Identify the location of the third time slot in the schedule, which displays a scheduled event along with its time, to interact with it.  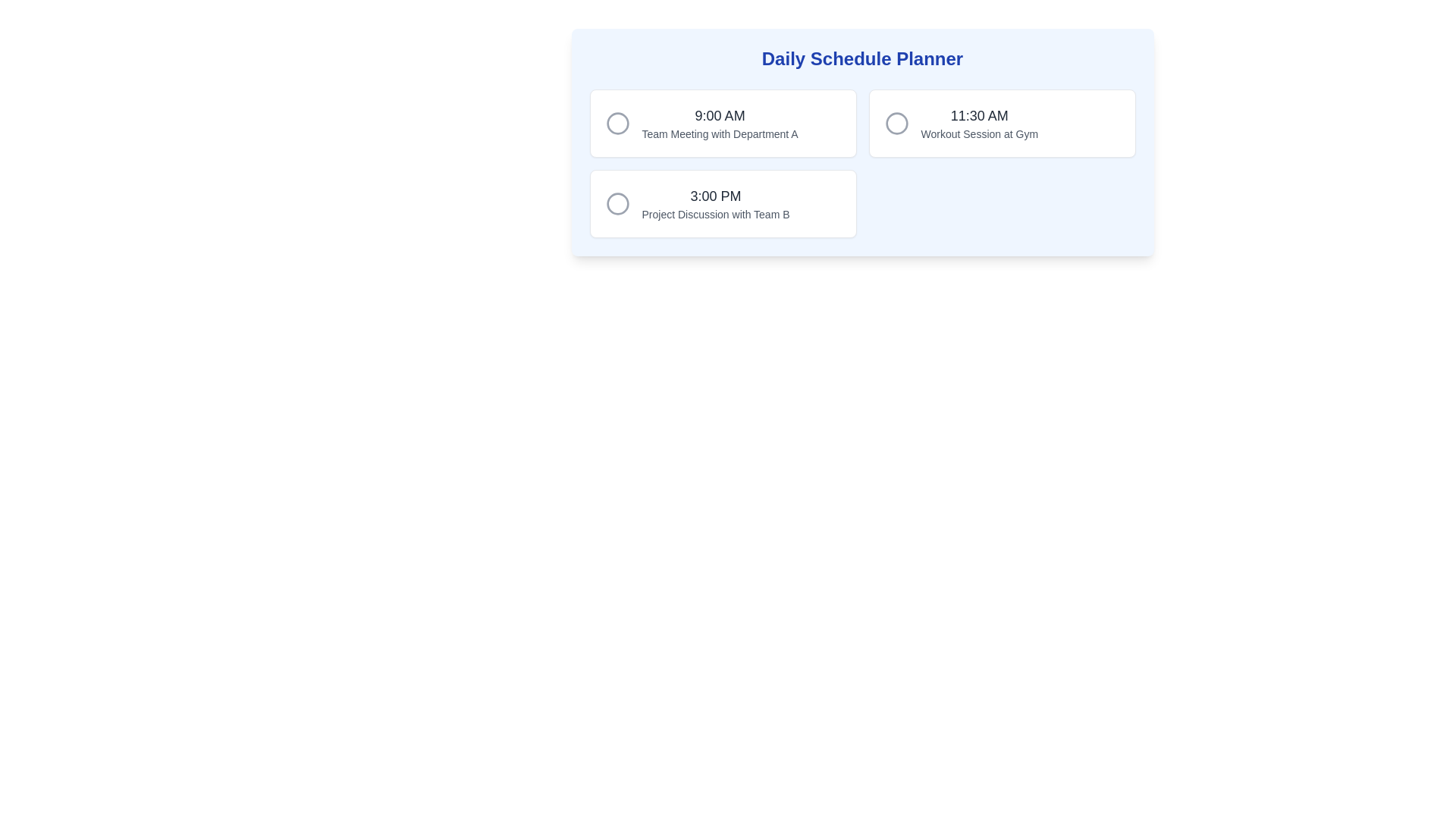
(715, 203).